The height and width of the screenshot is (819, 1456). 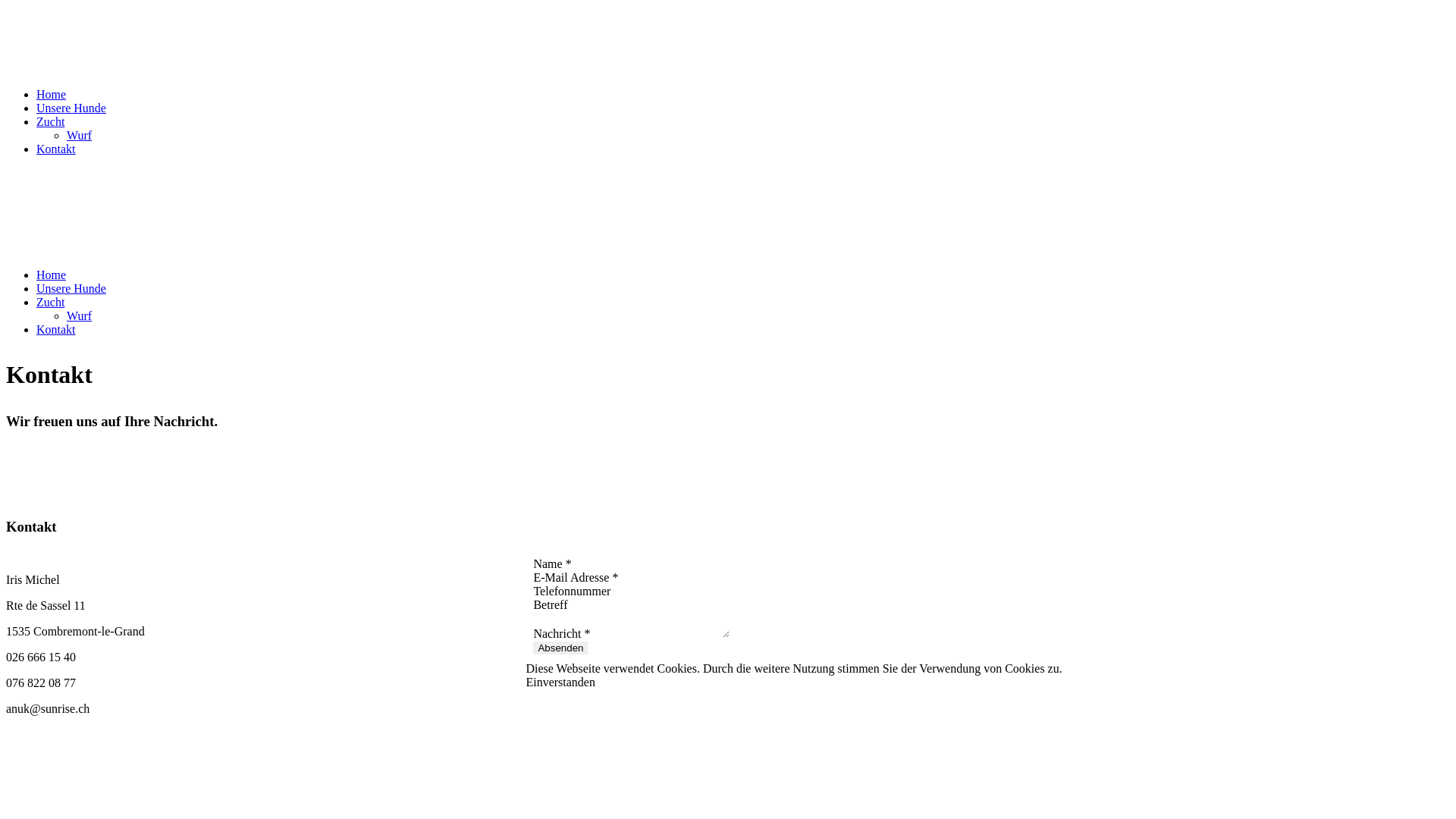 What do you see at coordinates (55, 149) in the screenshot?
I see `'Kontakt'` at bounding box center [55, 149].